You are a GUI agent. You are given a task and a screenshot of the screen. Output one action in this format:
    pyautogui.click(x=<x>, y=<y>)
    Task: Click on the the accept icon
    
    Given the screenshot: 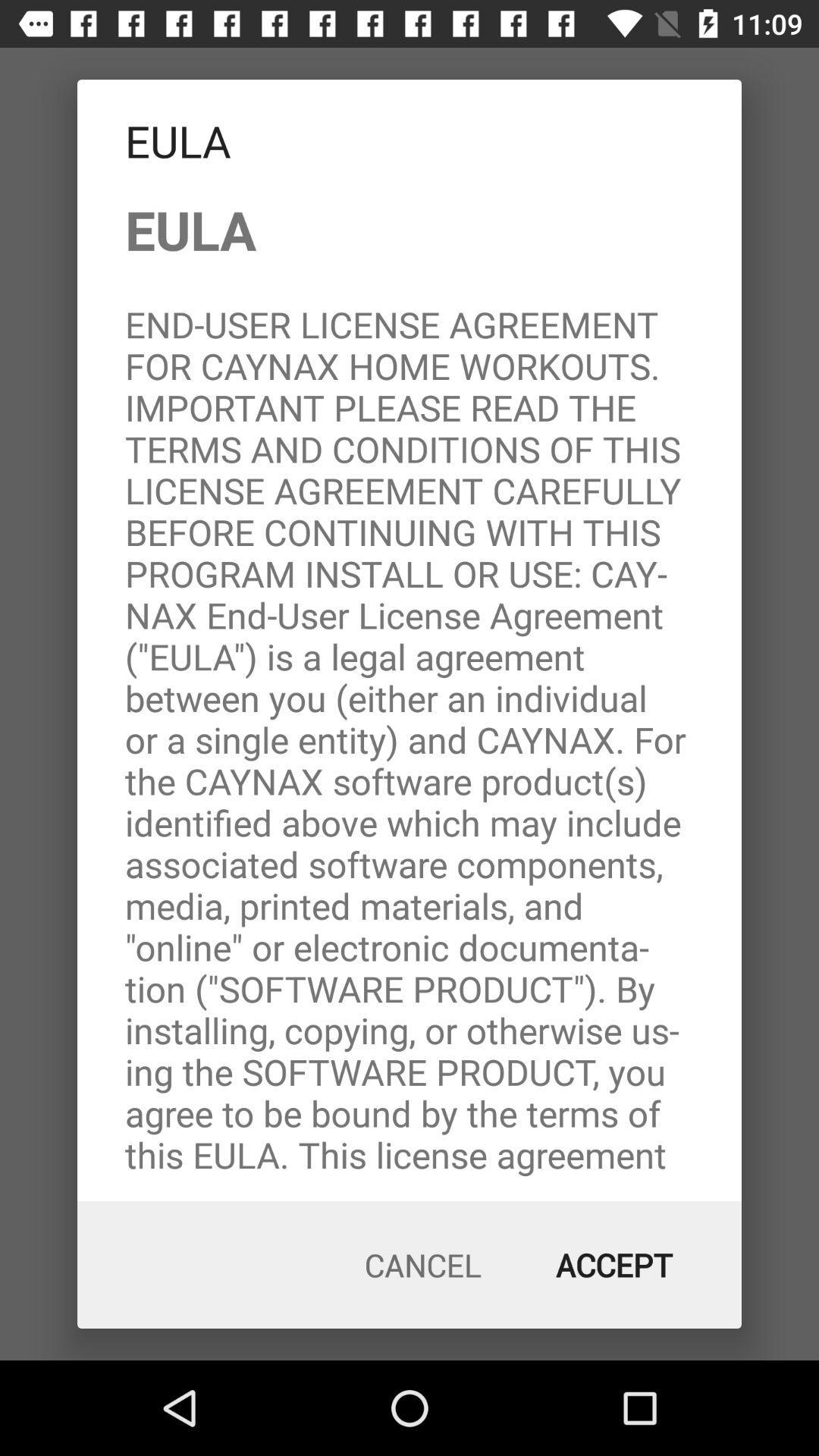 What is the action you would take?
    pyautogui.click(x=614, y=1265)
    